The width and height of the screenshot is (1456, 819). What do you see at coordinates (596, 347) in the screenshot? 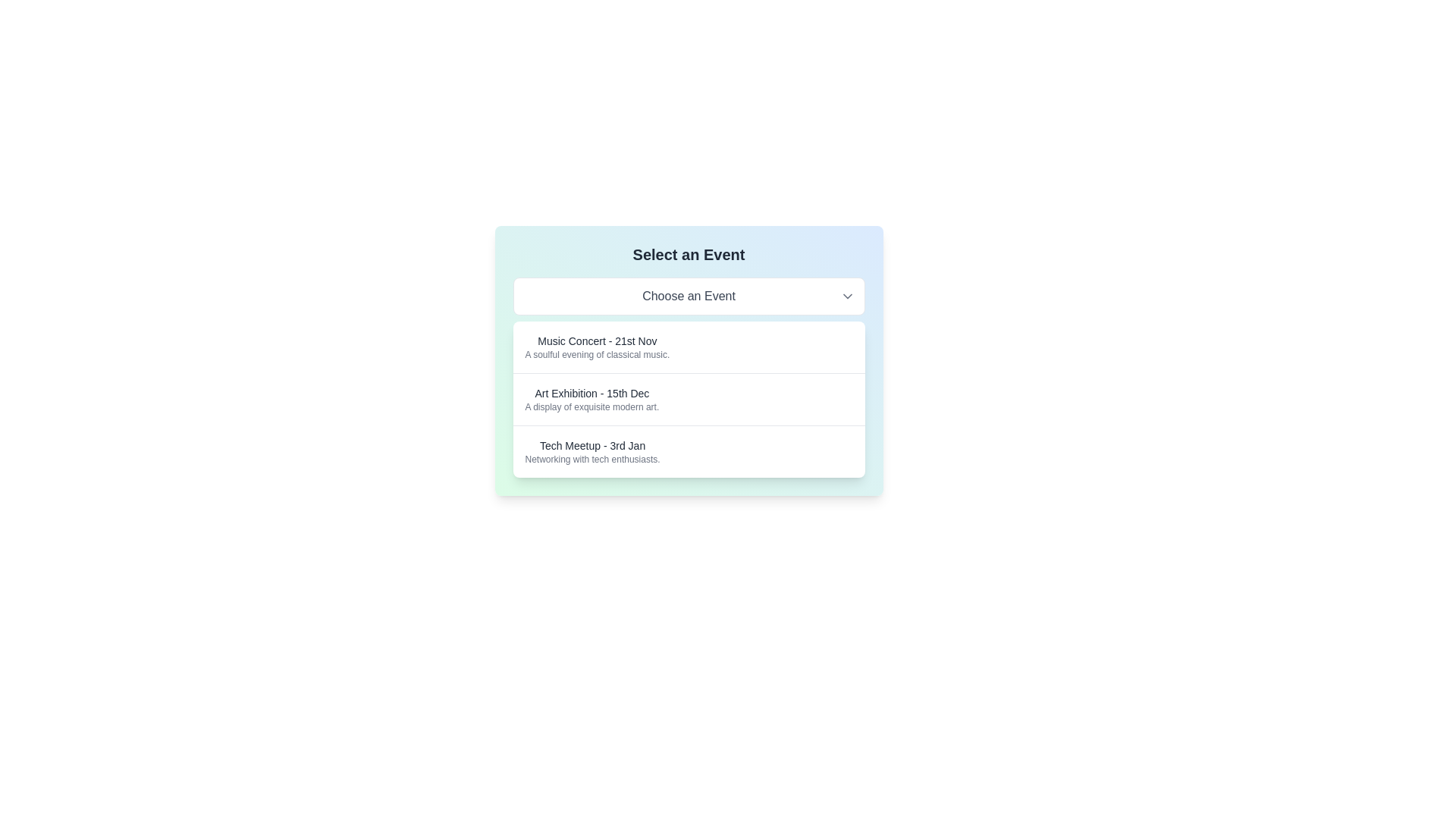
I see `the informational text block displaying 'Music Concert - 21st Nov'` at bounding box center [596, 347].